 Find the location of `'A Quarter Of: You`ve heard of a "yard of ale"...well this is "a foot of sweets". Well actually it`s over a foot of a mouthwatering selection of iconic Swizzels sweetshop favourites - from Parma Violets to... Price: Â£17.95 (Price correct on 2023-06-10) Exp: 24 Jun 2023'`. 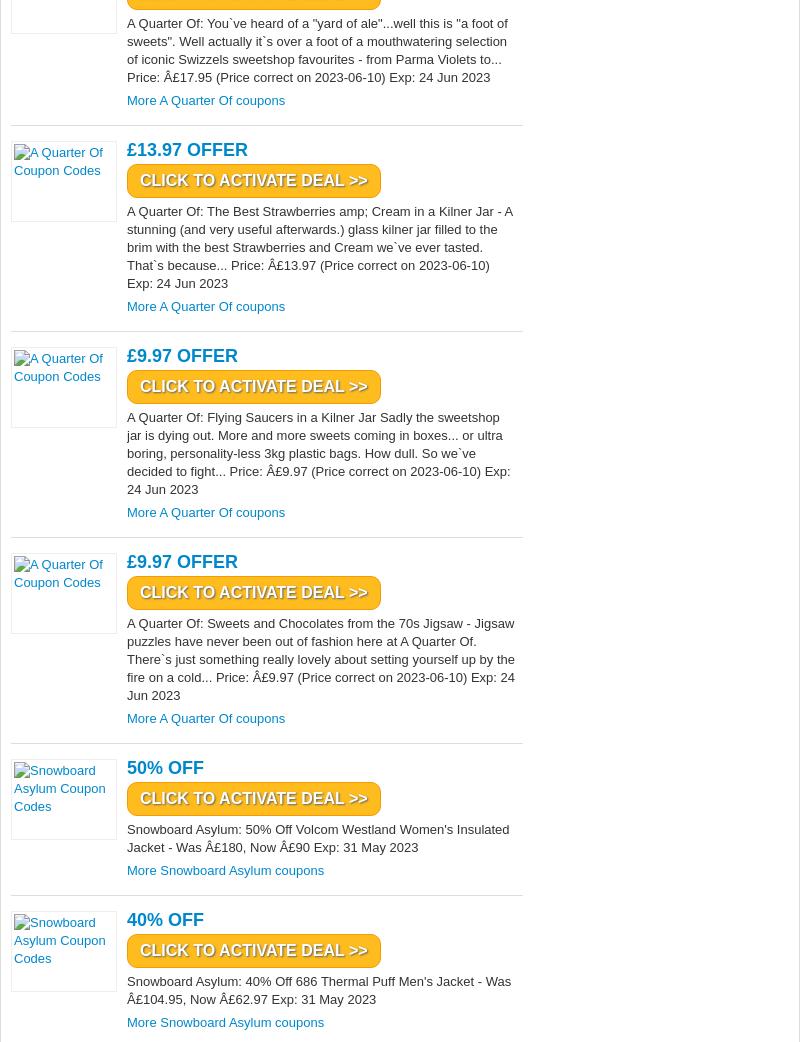

'A Quarter Of: You`ve heard of a "yard of ale"...well this is "a foot of sweets". Well actually it`s over a foot of a mouthwatering selection of iconic Swizzels sweetshop favourites - from Parma Violets to... Price: Â£17.95 (Price correct on 2023-06-10) Exp: 24 Jun 2023' is located at coordinates (315, 49).